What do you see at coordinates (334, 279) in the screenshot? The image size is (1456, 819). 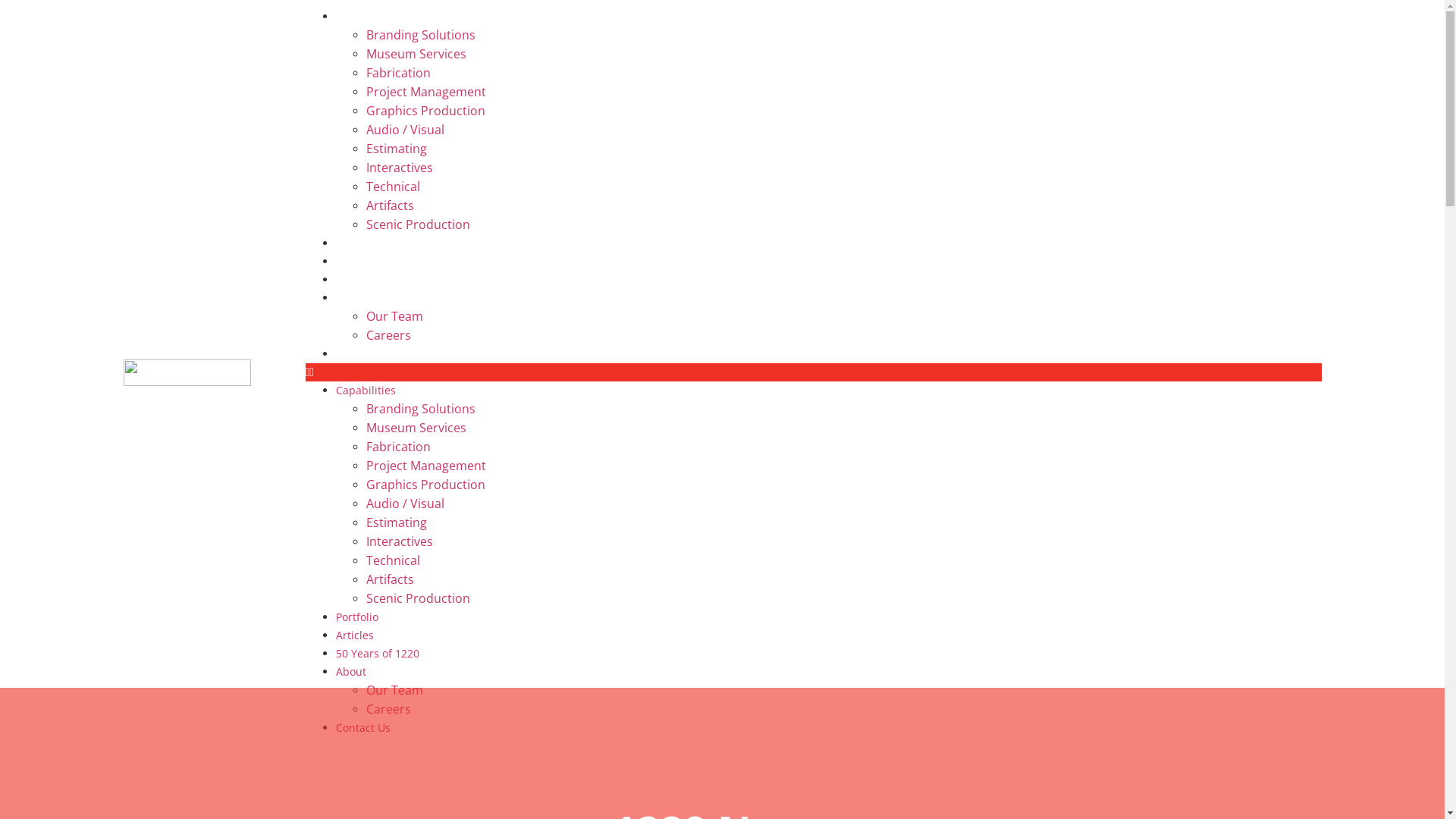 I see `'50 Years of 1220'` at bounding box center [334, 279].